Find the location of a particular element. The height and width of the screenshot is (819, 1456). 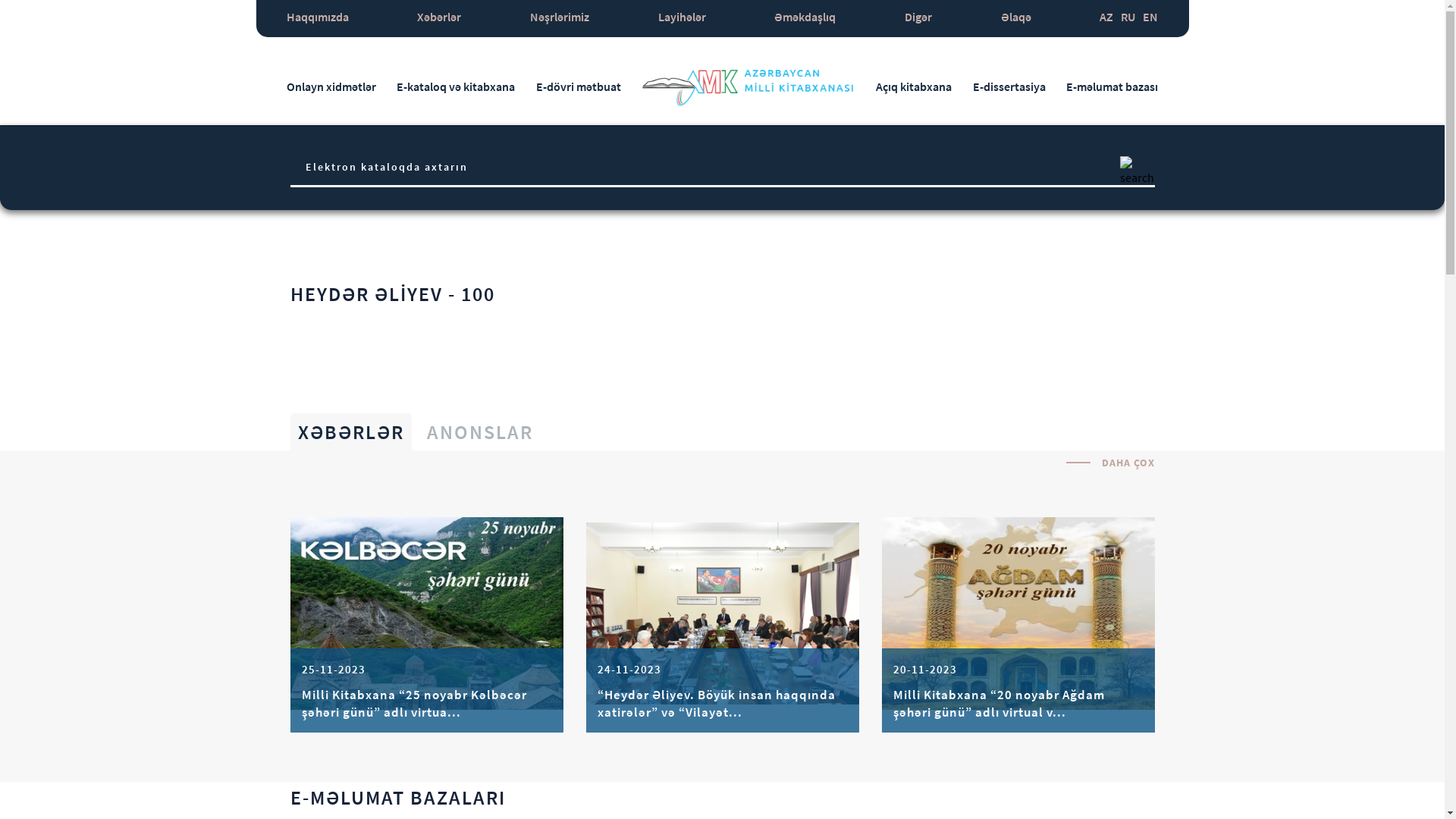

'AZ' is located at coordinates (1106, 18).